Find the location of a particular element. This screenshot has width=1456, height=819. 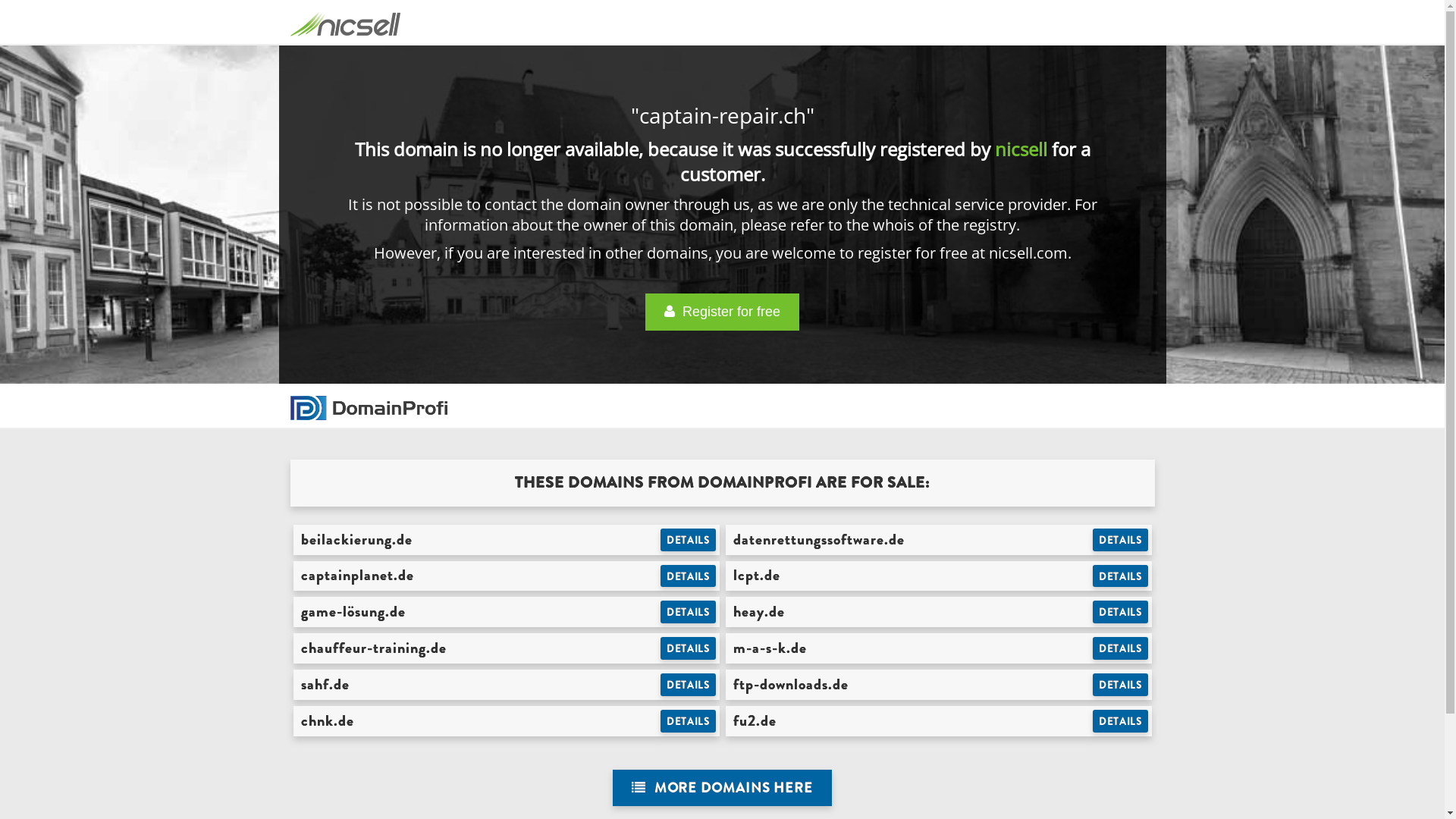

'DETAILS' is located at coordinates (1120, 576).